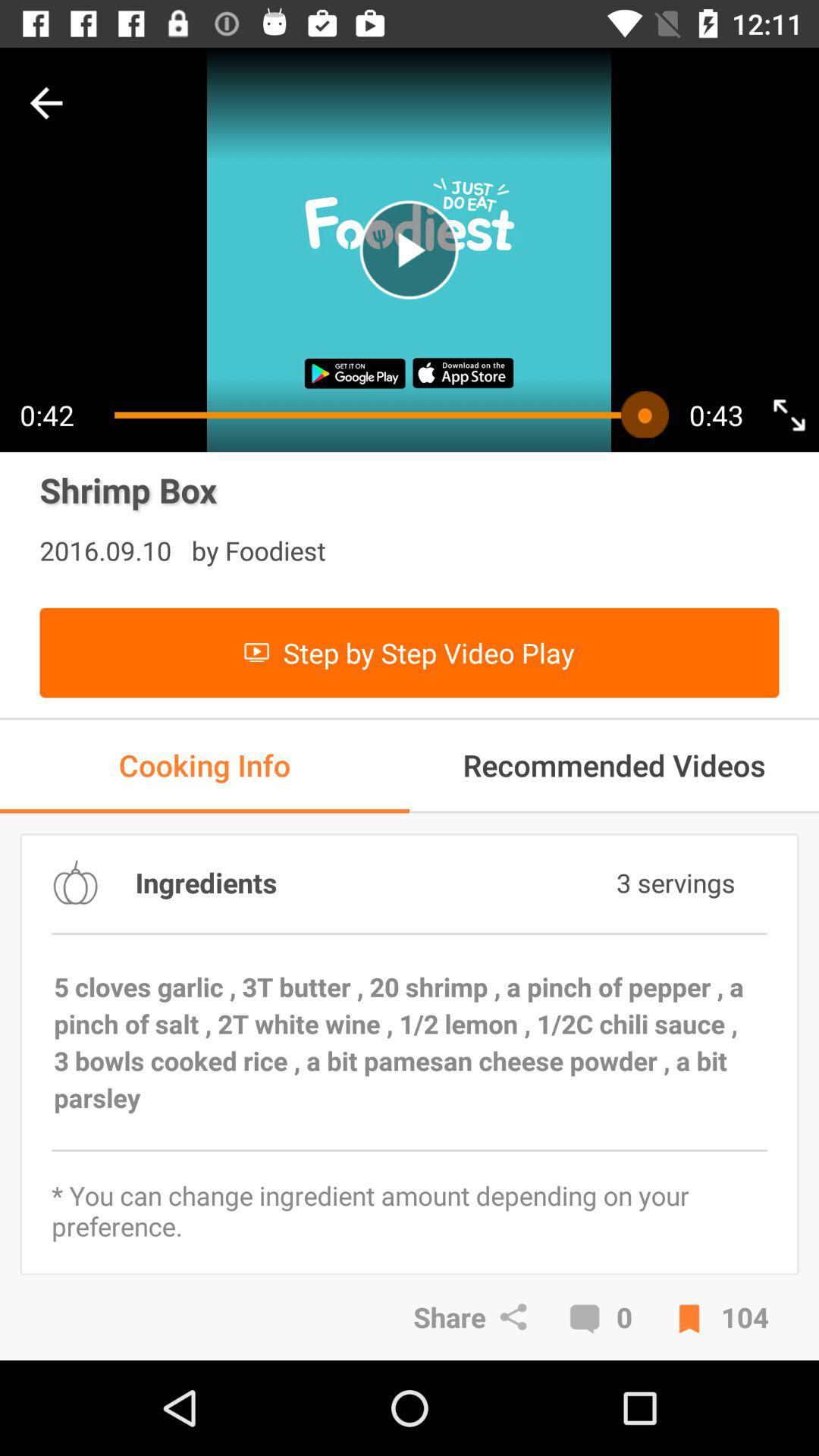 This screenshot has height=1456, width=819. I want to click on previous page, so click(45, 102).